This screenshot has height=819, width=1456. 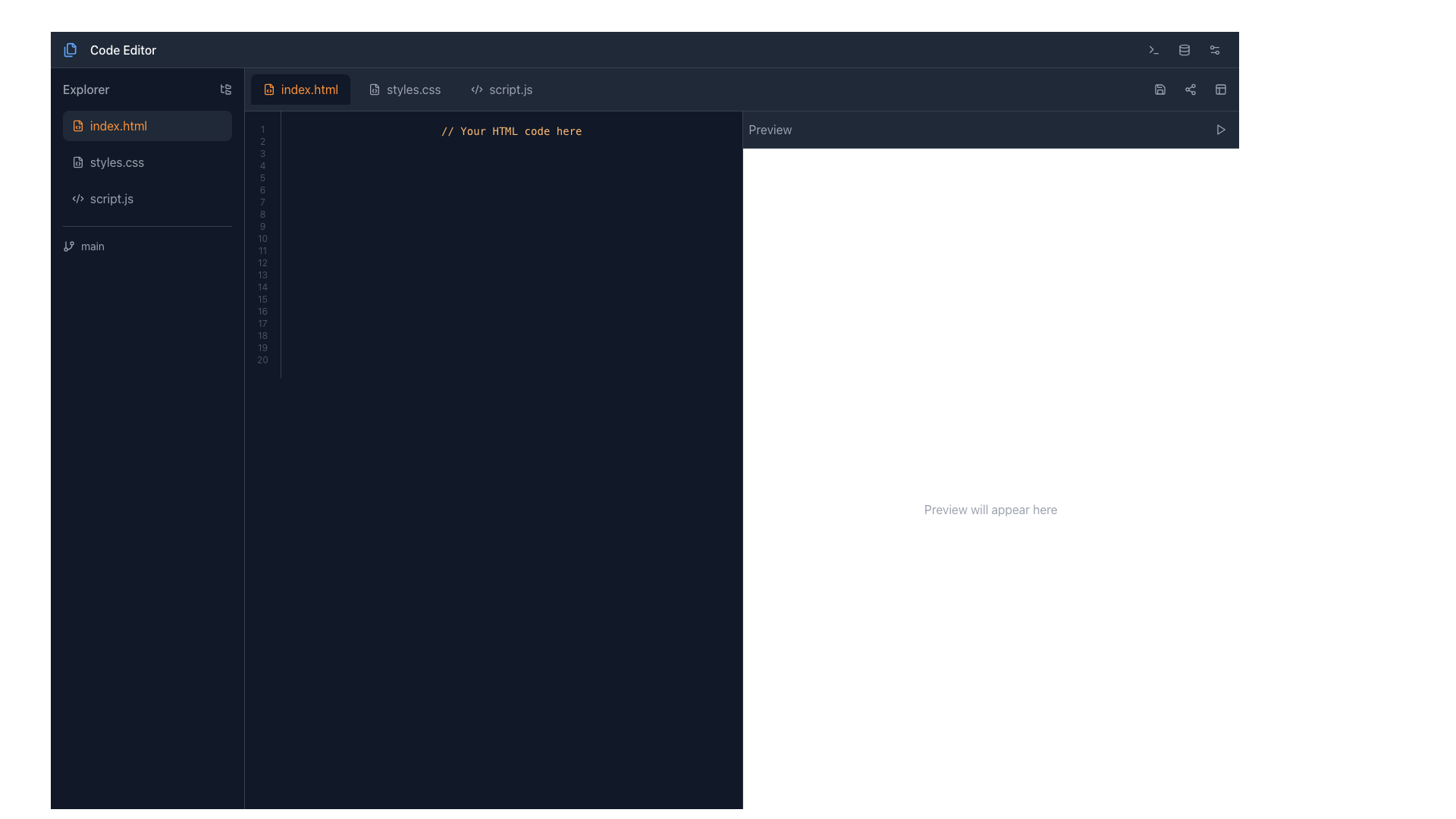 I want to click on the 'index.html' text label in the Explorer sidebar of the code editor, so click(x=118, y=124).